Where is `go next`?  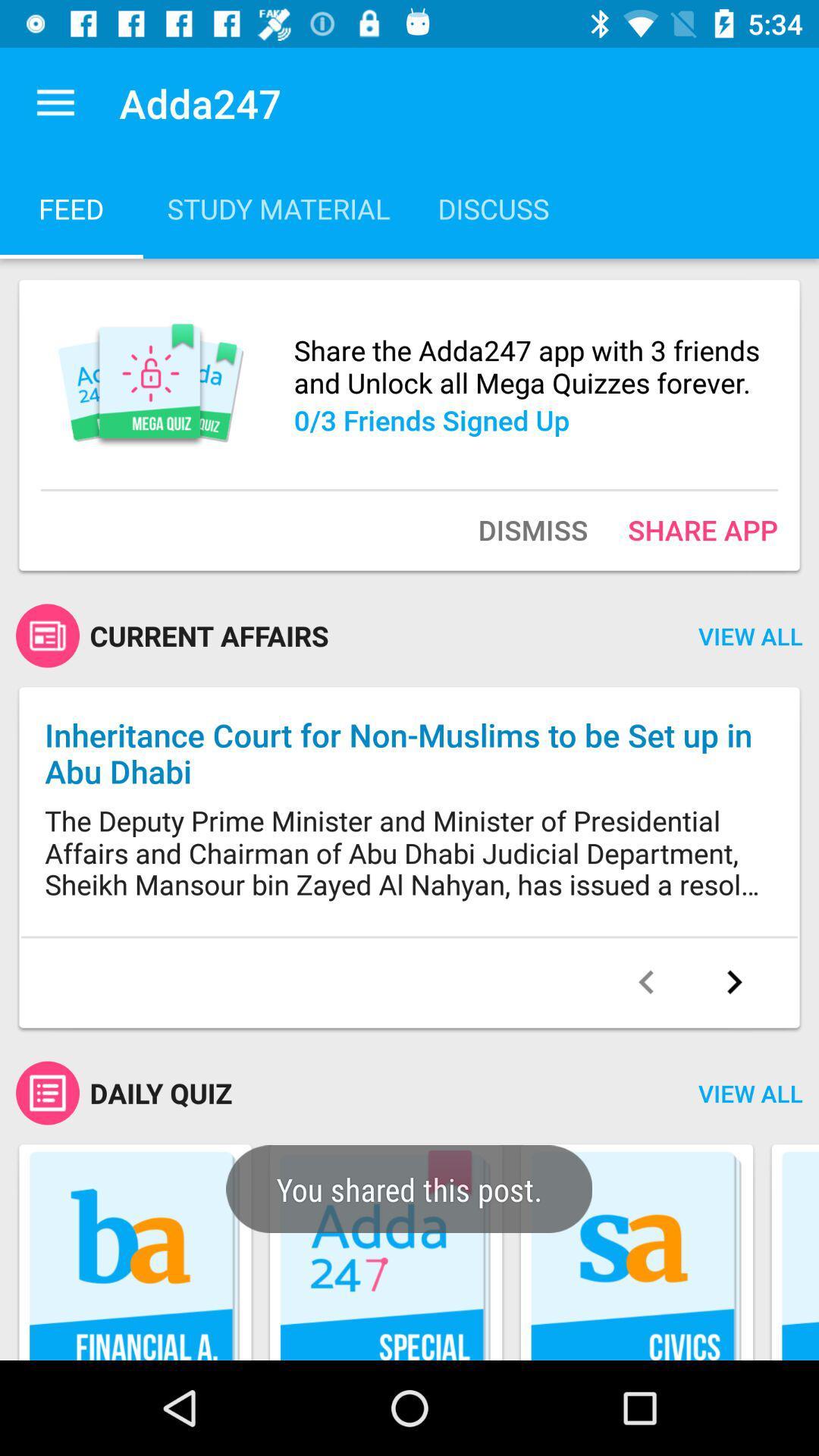
go next is located at coordinates (733, 982).